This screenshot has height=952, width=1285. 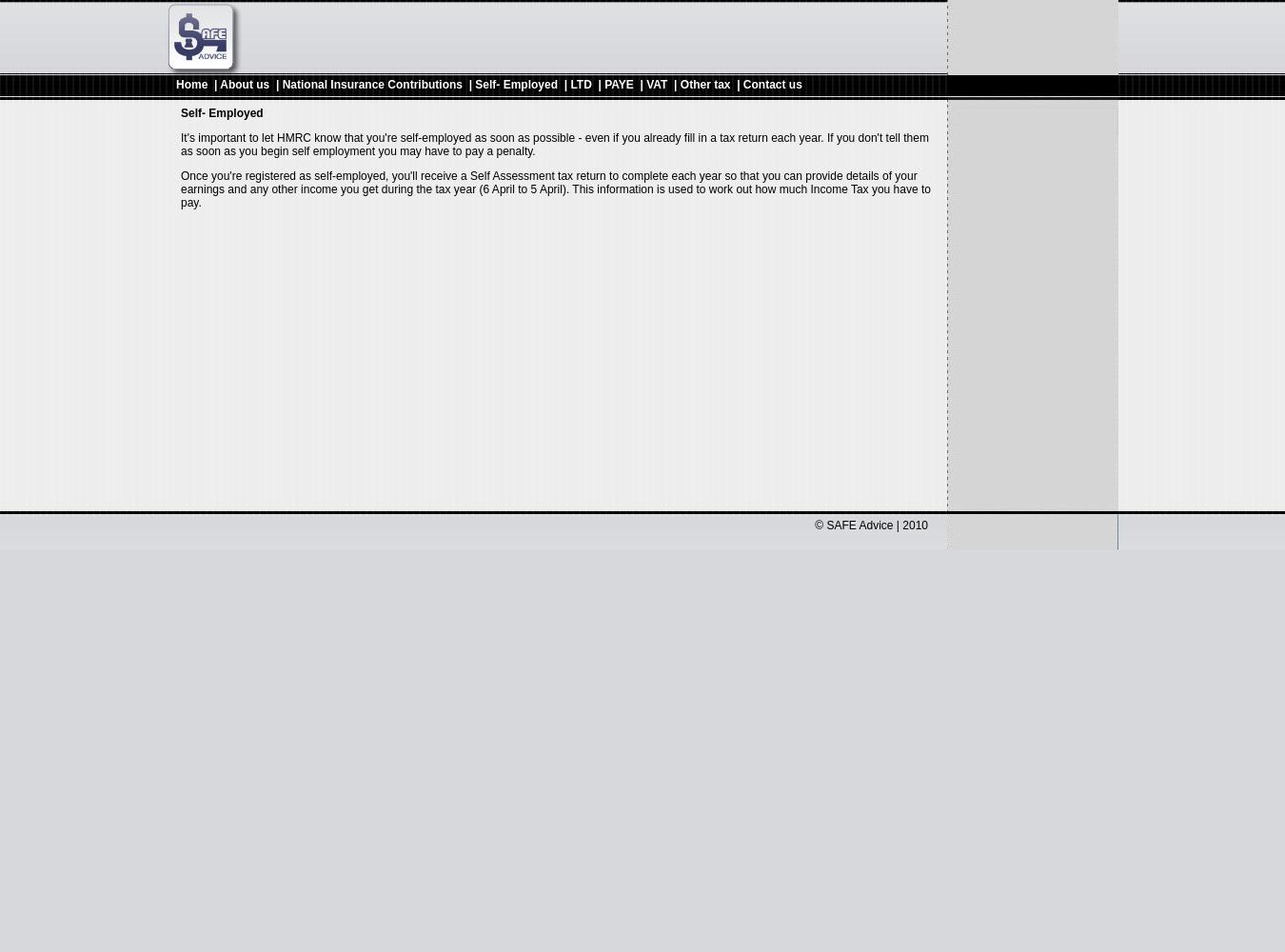 I want to click on 'It's important to let HMRC know that you're self-employed as soon as possible - even if you already fill in a tax return each year. If you don't tell them as soon as you begin self employment you may have to pay a penalty.', so click(x=554, y=145).